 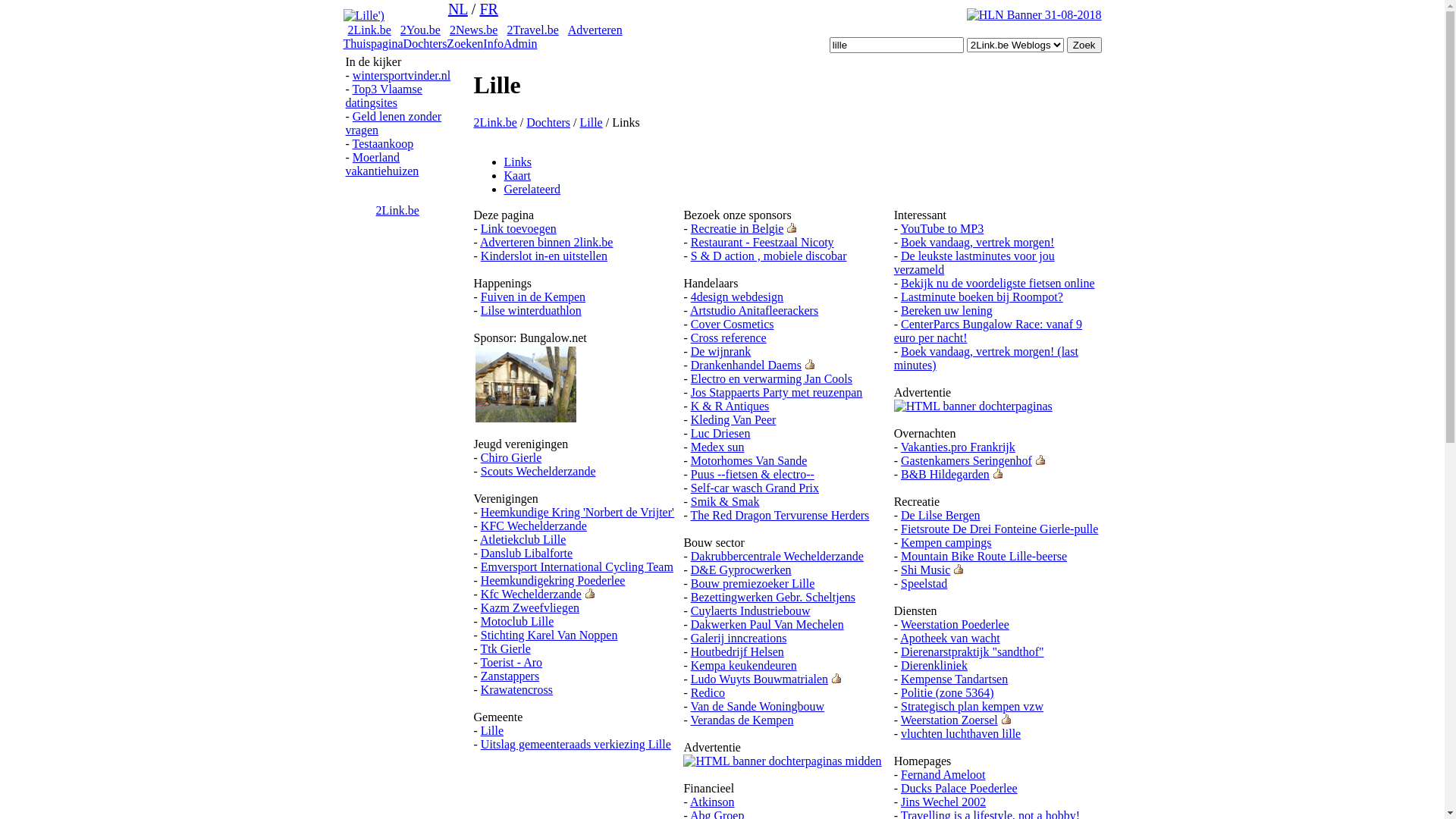 What do you see at coordinates (743, 664) in the screenshot?
I see `'Kempa keukendeuren'` at bounding box center [743, 664].